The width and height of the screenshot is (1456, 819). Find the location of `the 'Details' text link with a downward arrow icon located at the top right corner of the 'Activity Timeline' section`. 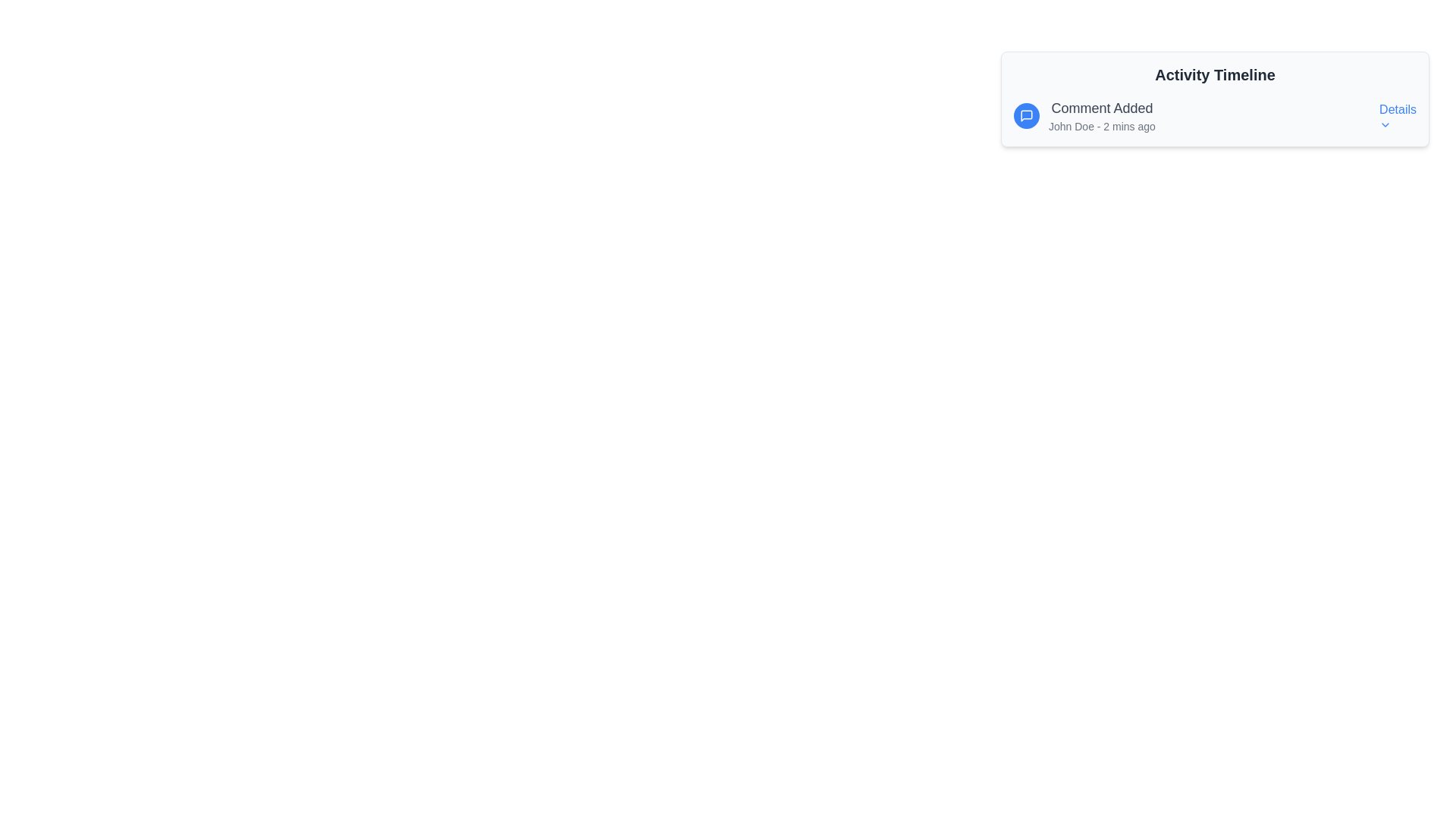

the 'Details' text link with a downward arrow icon located at the top right corner of the 'Activity Timeline' section is located at coordinates (1397, 115).